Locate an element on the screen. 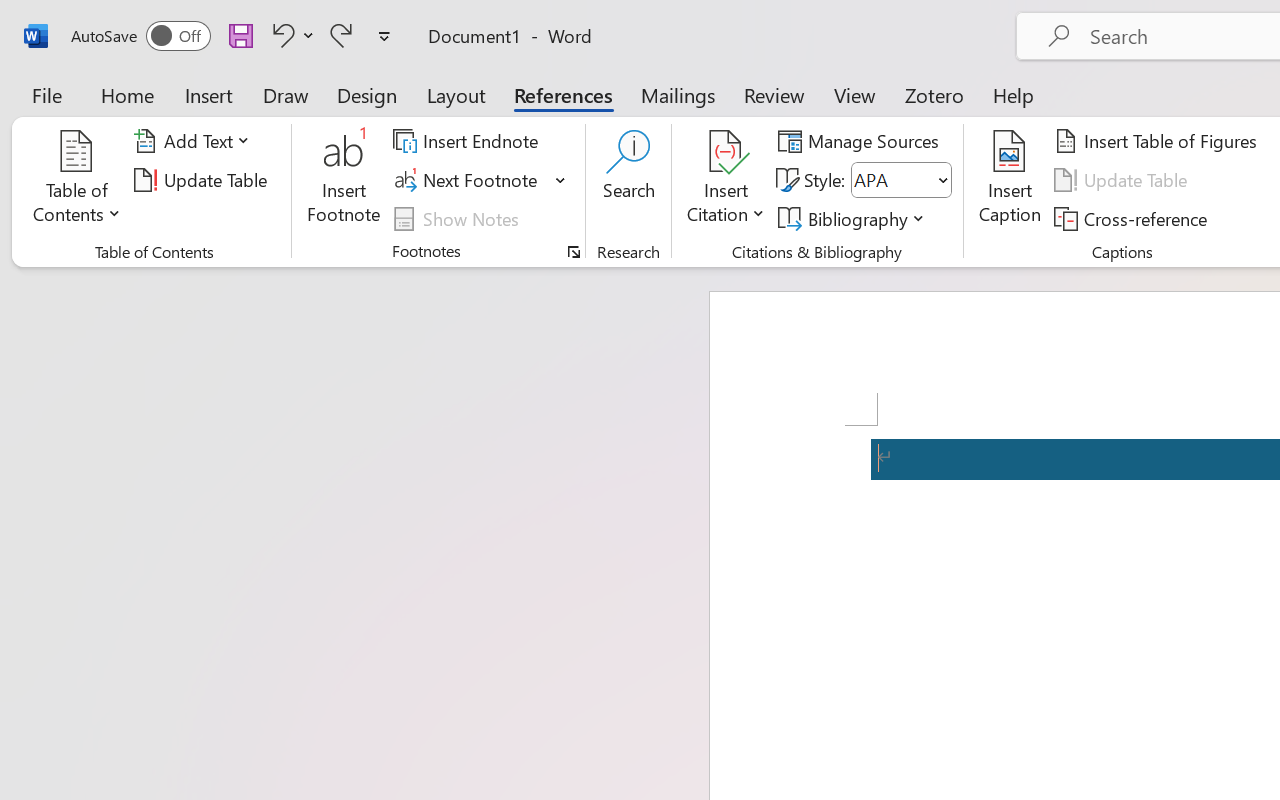 This screenshot has width=1280, height=800. 'Next Footnote' is located at coordinates (467, 179).